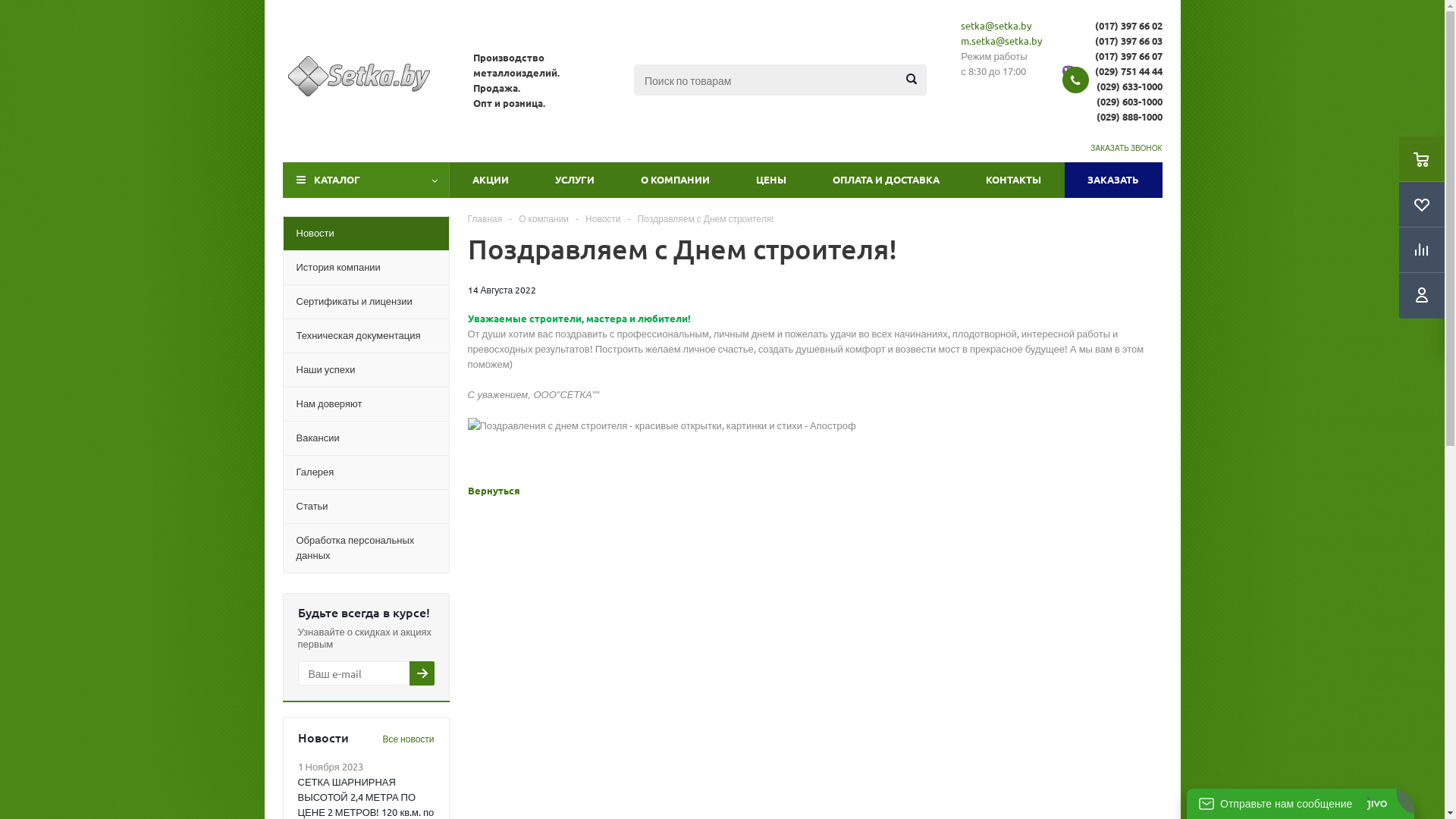  Describe the element at coordinates (960, 25) in the screenshot. I see `'setka@setka.by'` at that location.